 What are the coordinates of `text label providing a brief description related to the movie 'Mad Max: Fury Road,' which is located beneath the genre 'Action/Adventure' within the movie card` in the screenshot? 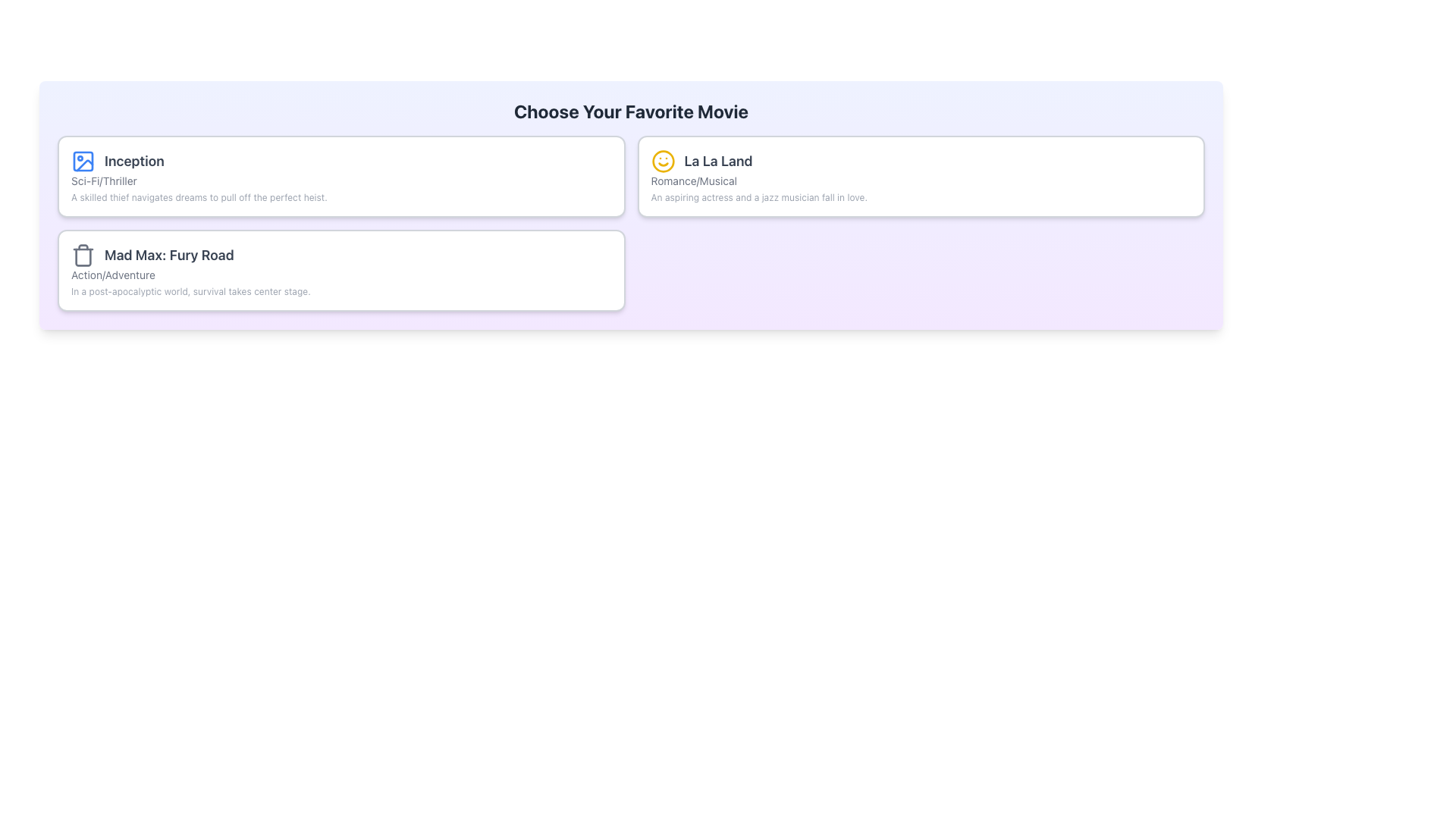 It's located at (190, 292).